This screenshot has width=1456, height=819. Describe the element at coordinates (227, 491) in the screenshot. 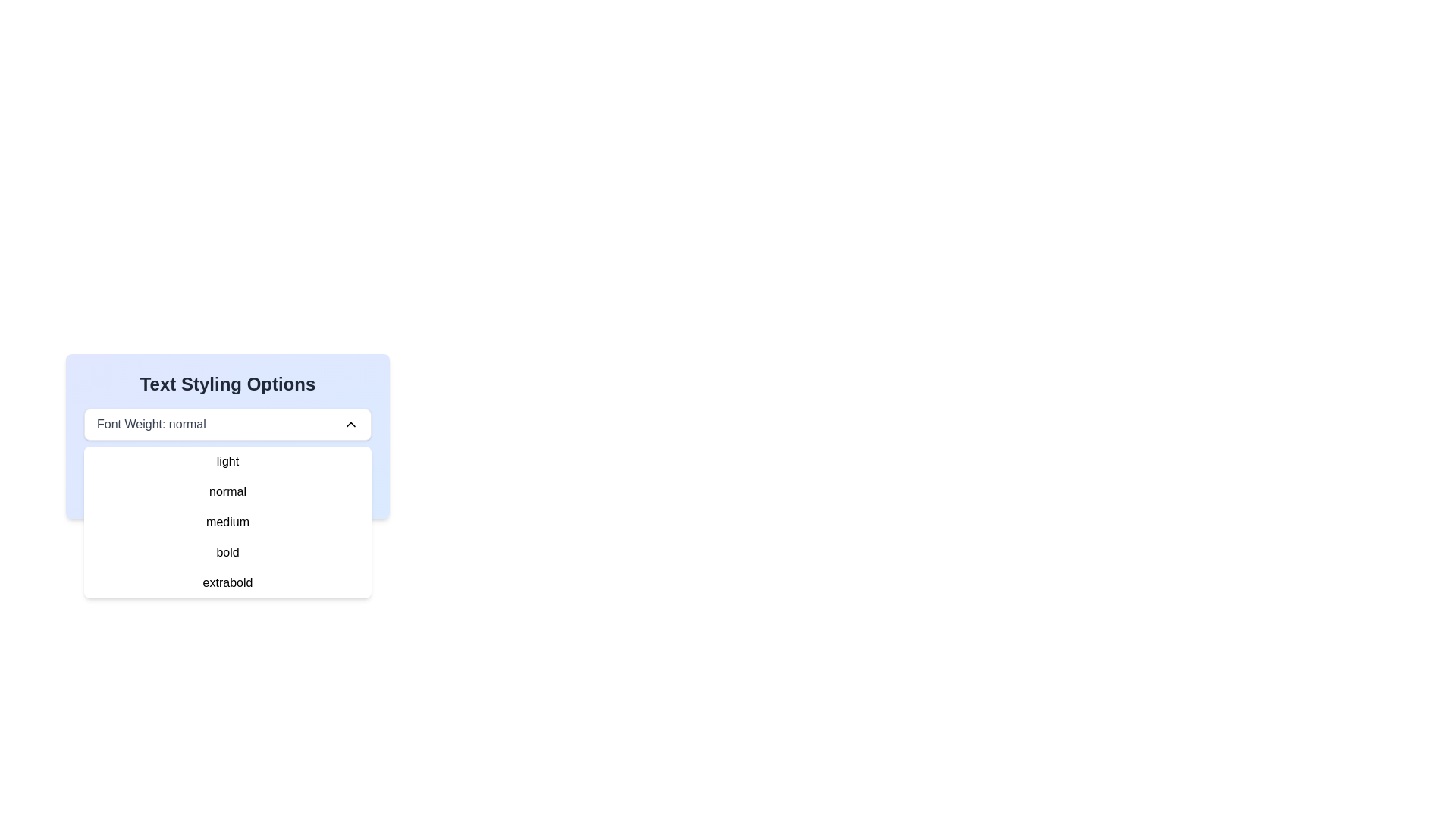

I see `the 'normal' text item in the dropdown options menu` at that location.